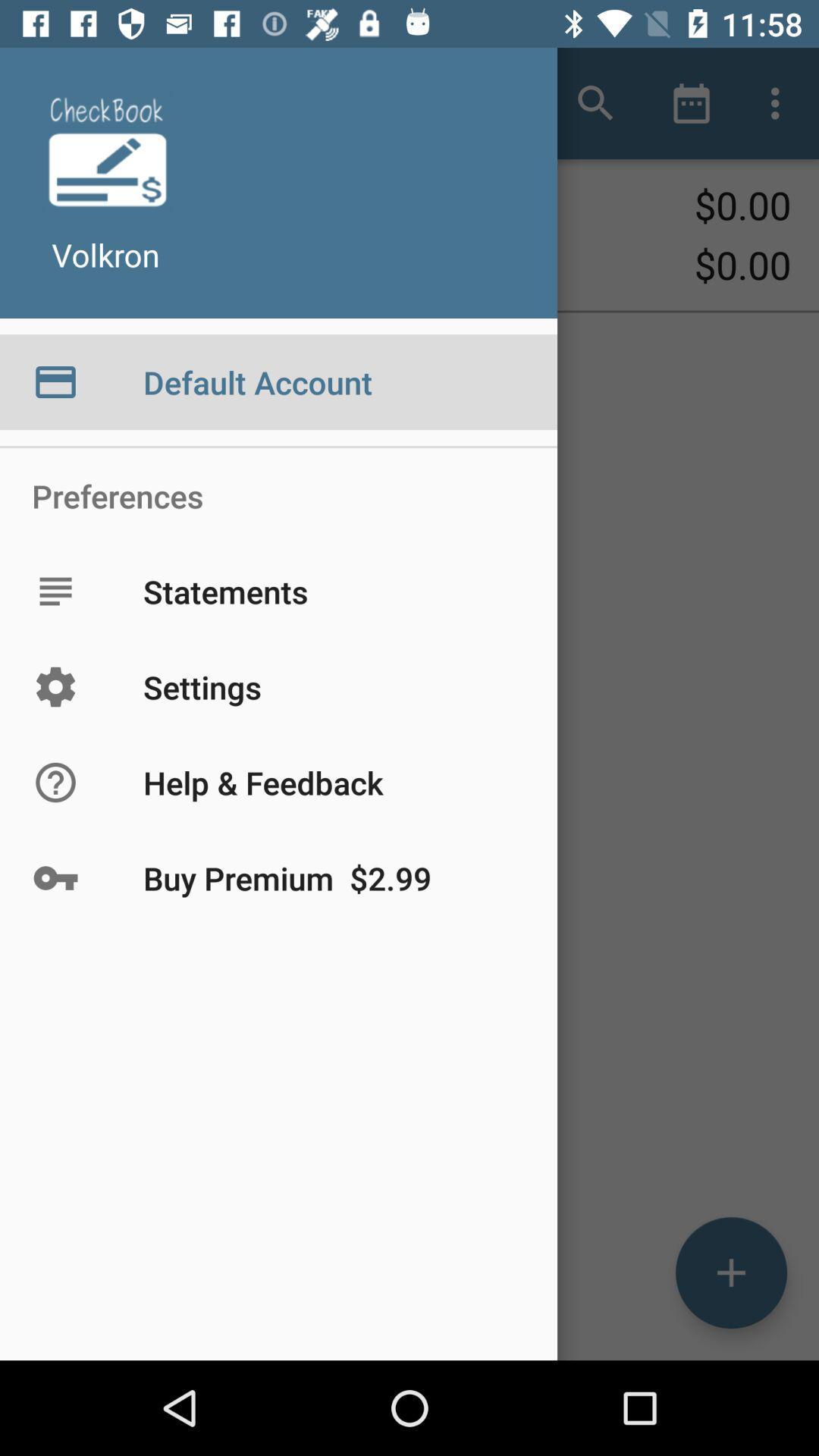  Describe the element at coordinates (730, 1272) in the screenshot. I see `the add icon` at that location.